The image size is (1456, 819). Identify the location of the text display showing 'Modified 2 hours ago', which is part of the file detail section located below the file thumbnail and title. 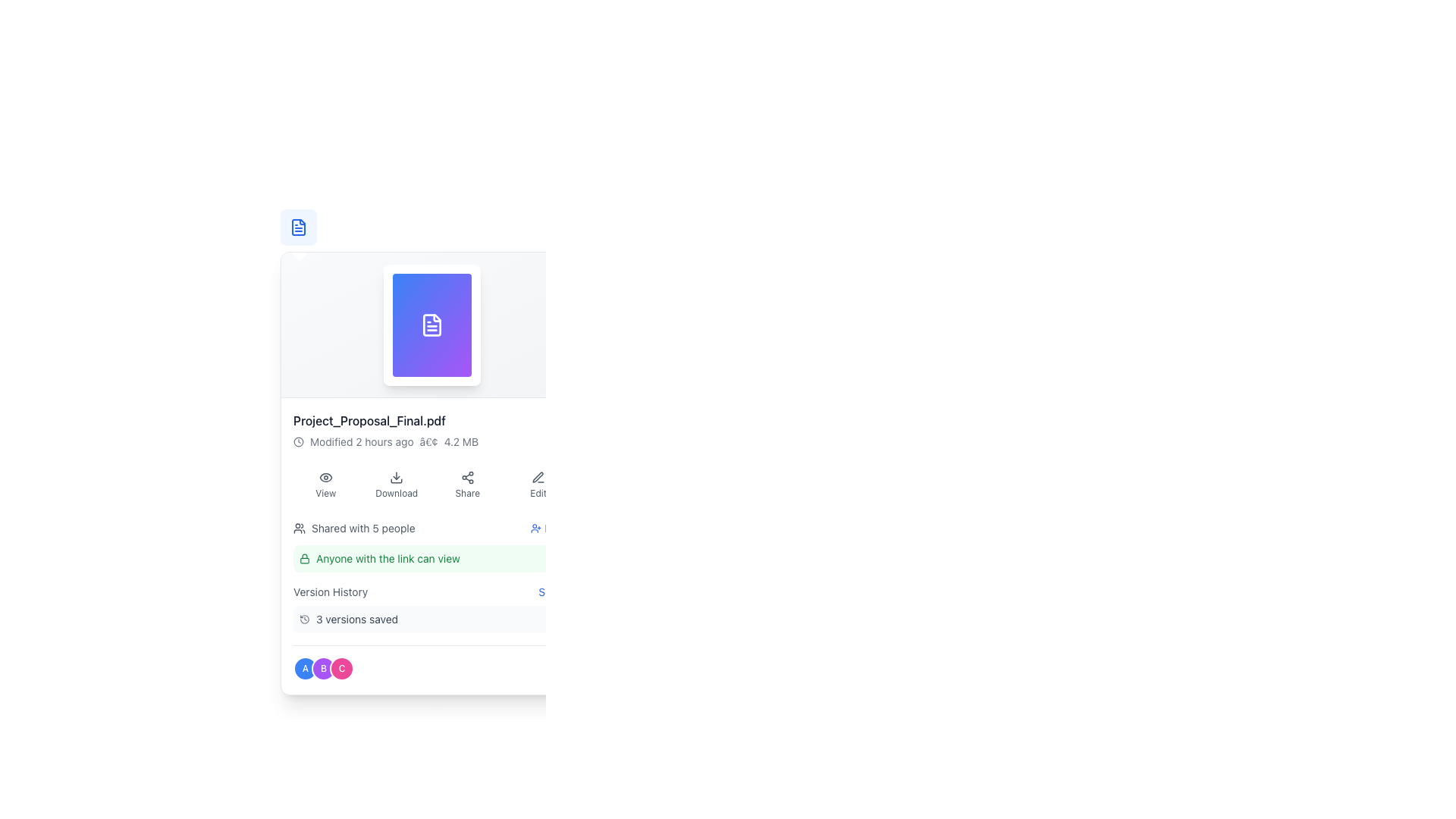
(361, 441).